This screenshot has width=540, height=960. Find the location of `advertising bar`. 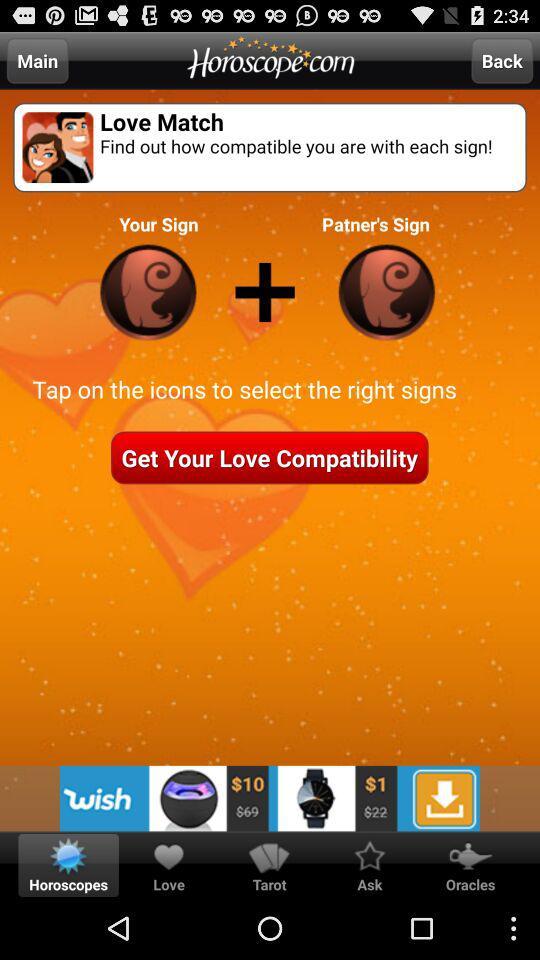

advertising bar is located at coordinates (270, 798).